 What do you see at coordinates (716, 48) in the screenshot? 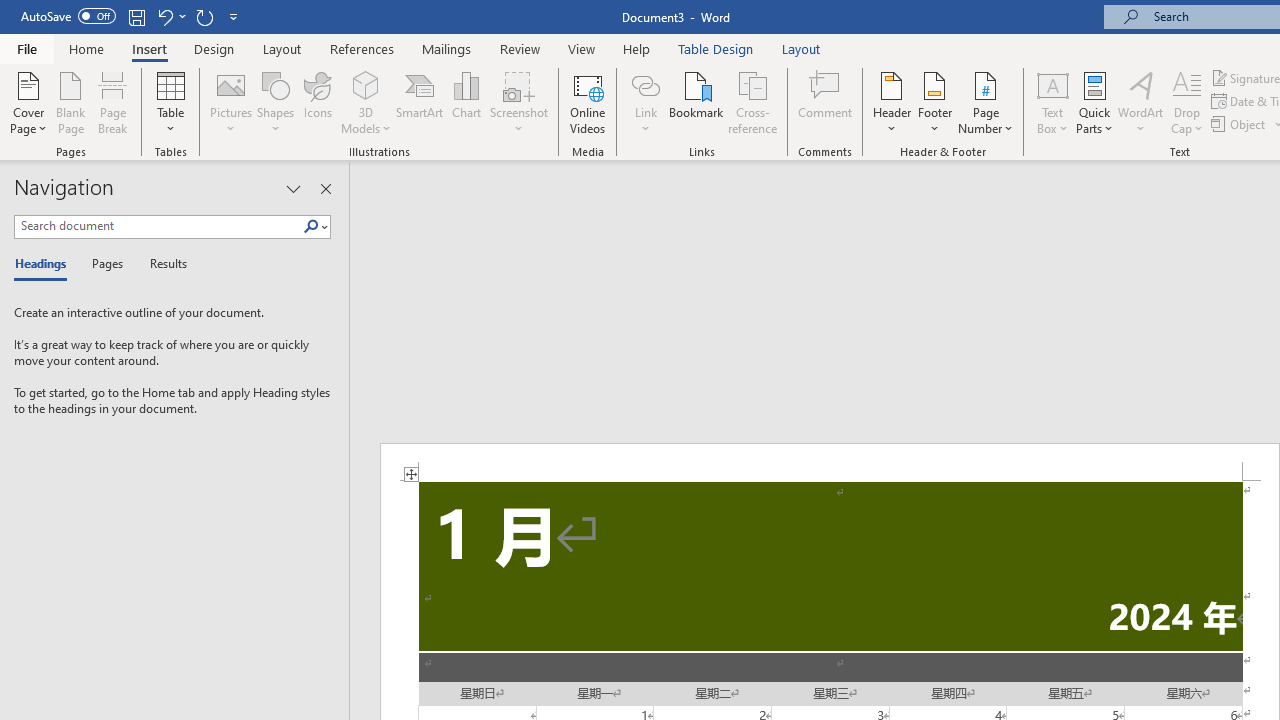
I see `'Table Design'` at bounding box center [716, 48].